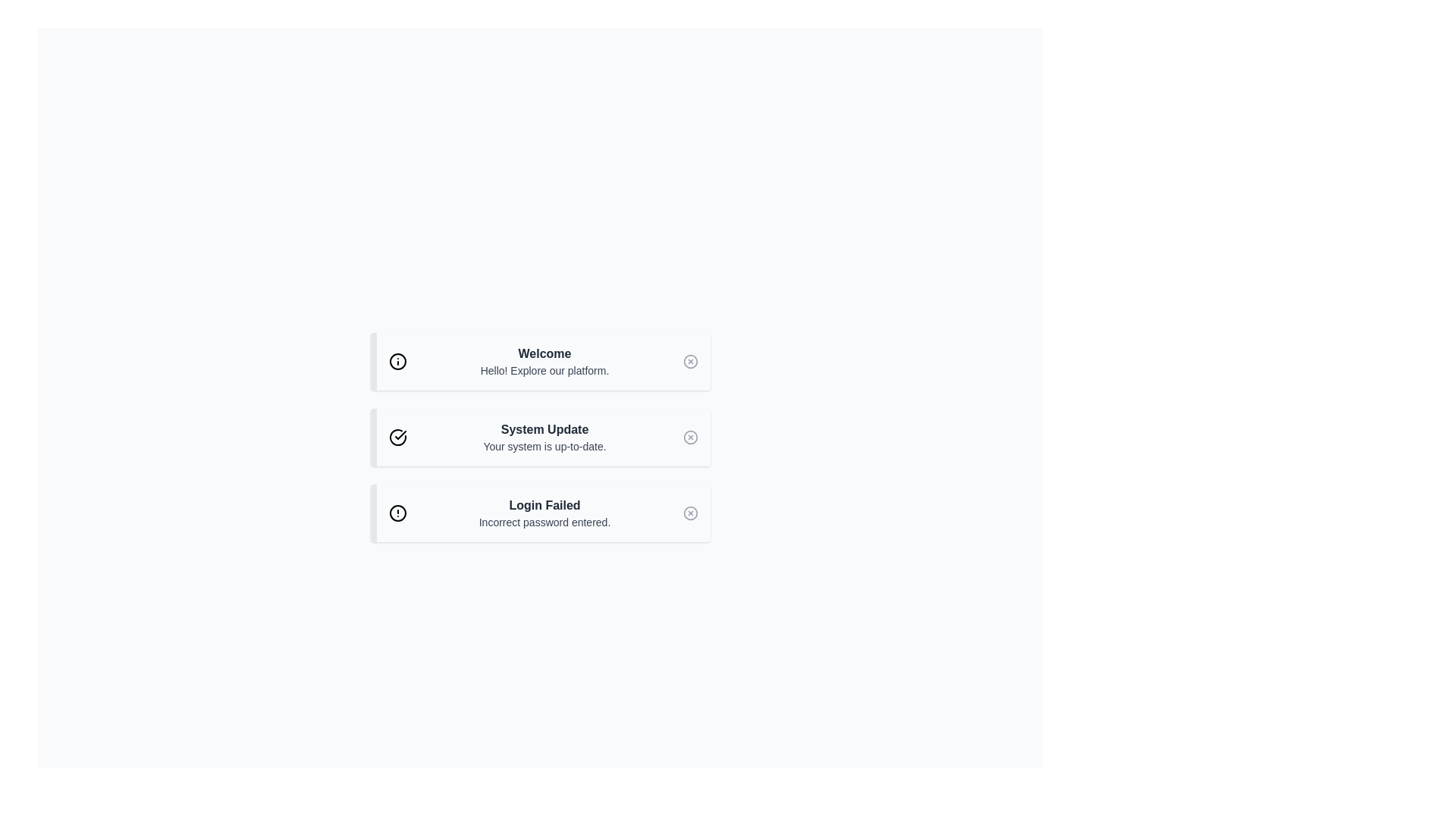 Image resolution: width=1456 pixels, height=819 pixels. I want to click on the close button located at the far-right of the first notification section, adjacent to the 'Welcome' title, so click(689, 362).